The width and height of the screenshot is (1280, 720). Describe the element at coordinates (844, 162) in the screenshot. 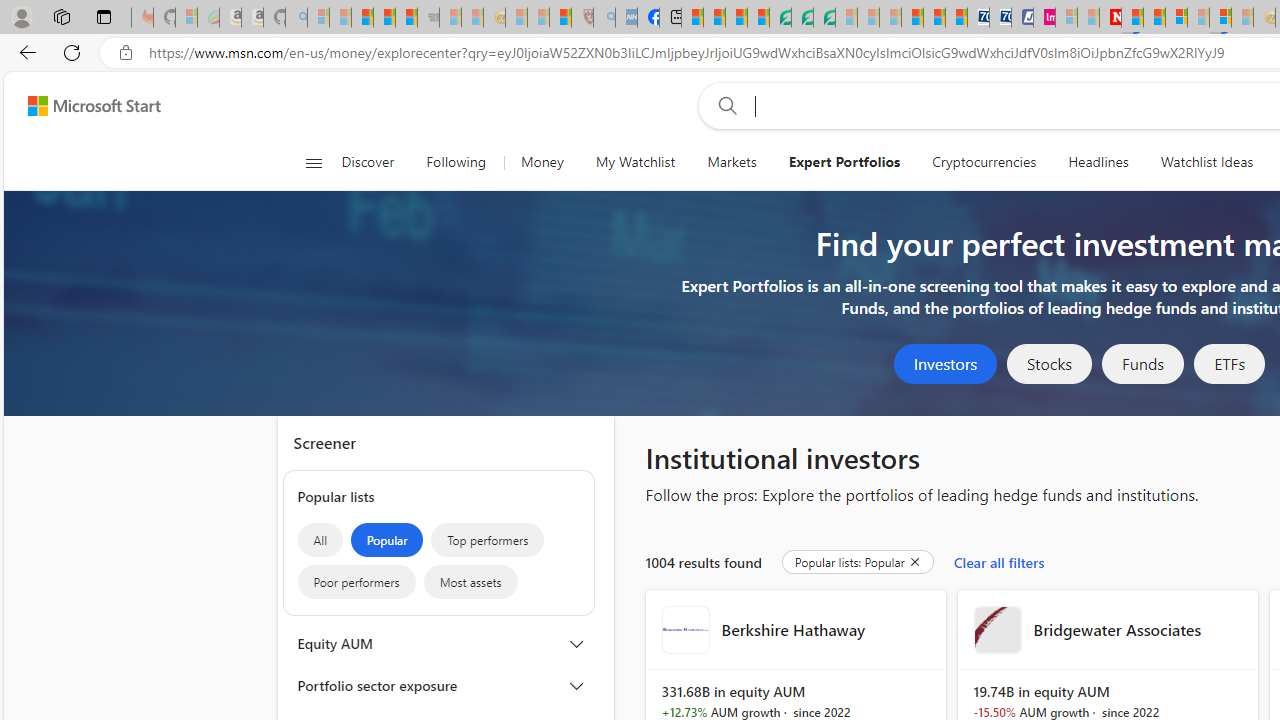

I see `'Expert Portfolios'` at that location.